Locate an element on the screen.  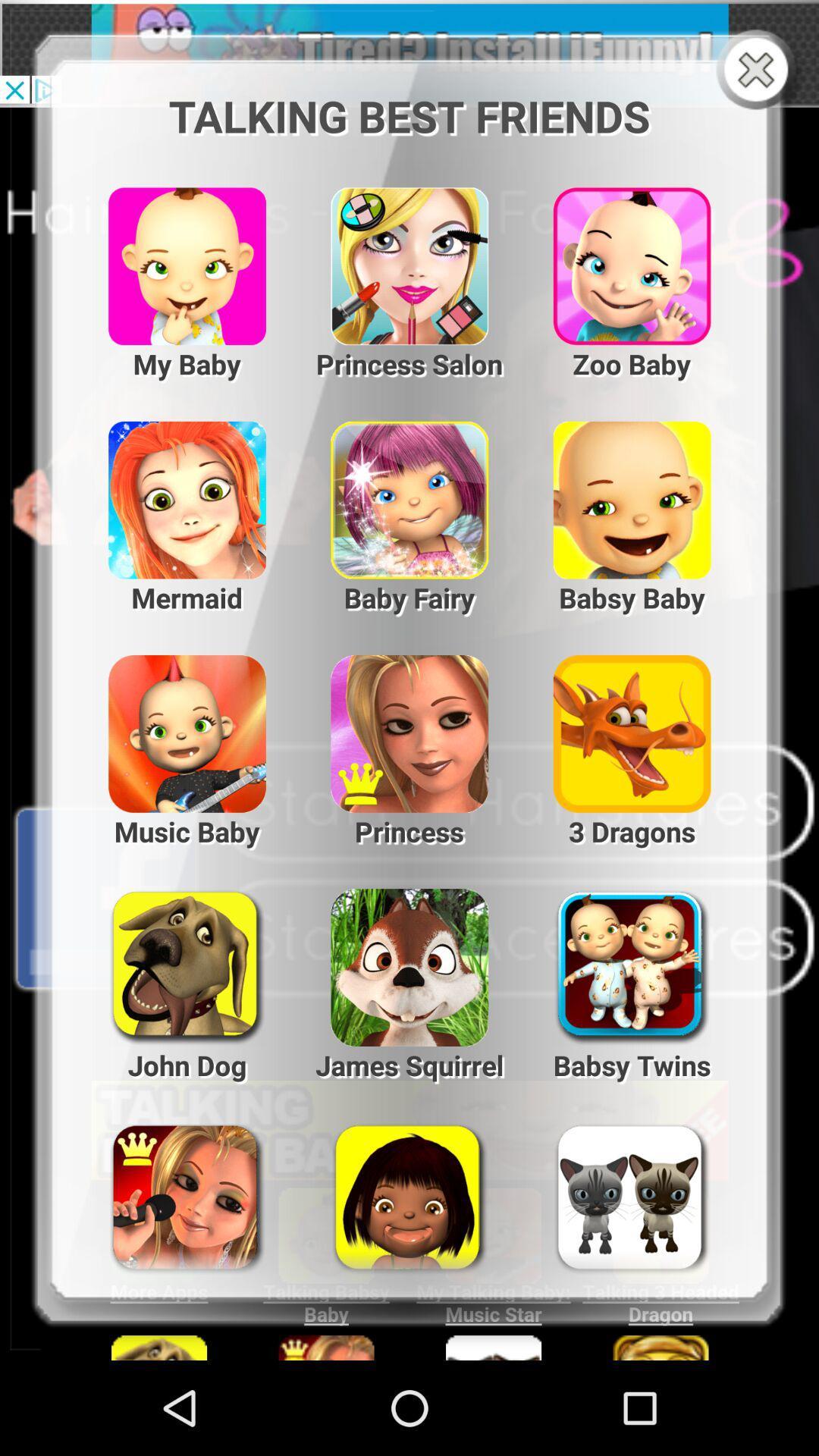
the close icon is located at coordinates (759, 76).